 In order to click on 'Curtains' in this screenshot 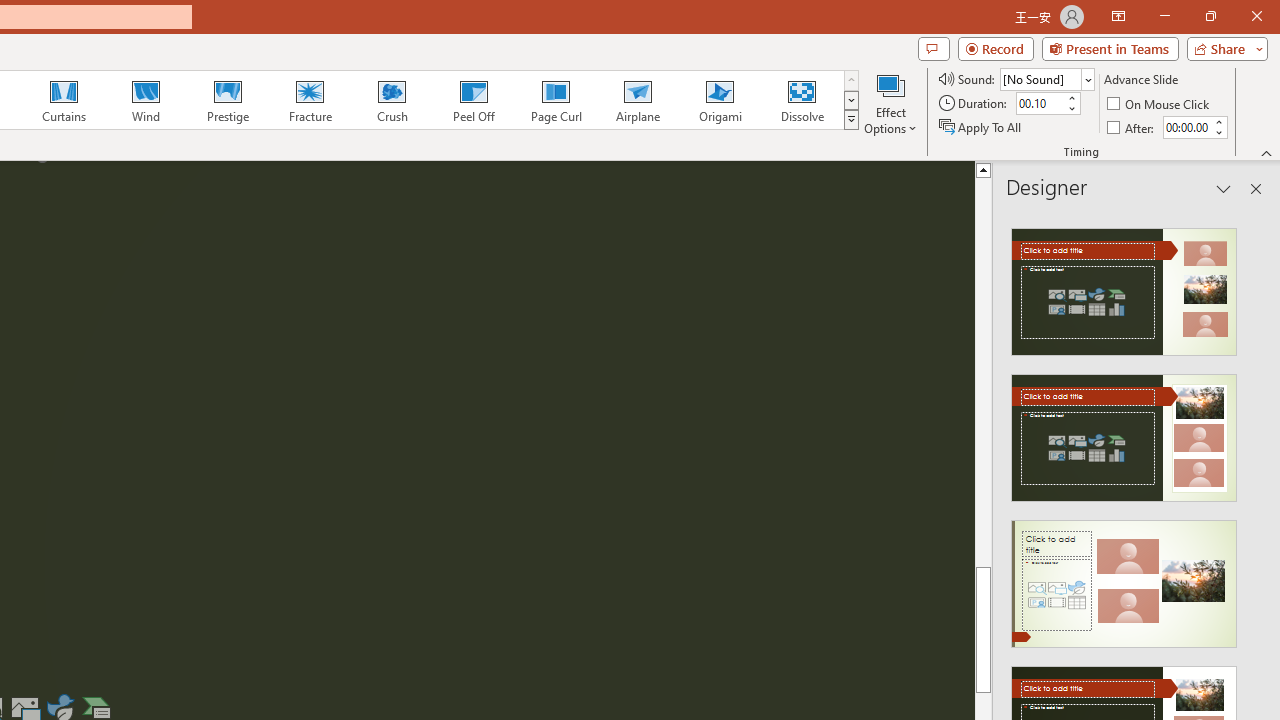, I will do `click(64, 100)`.